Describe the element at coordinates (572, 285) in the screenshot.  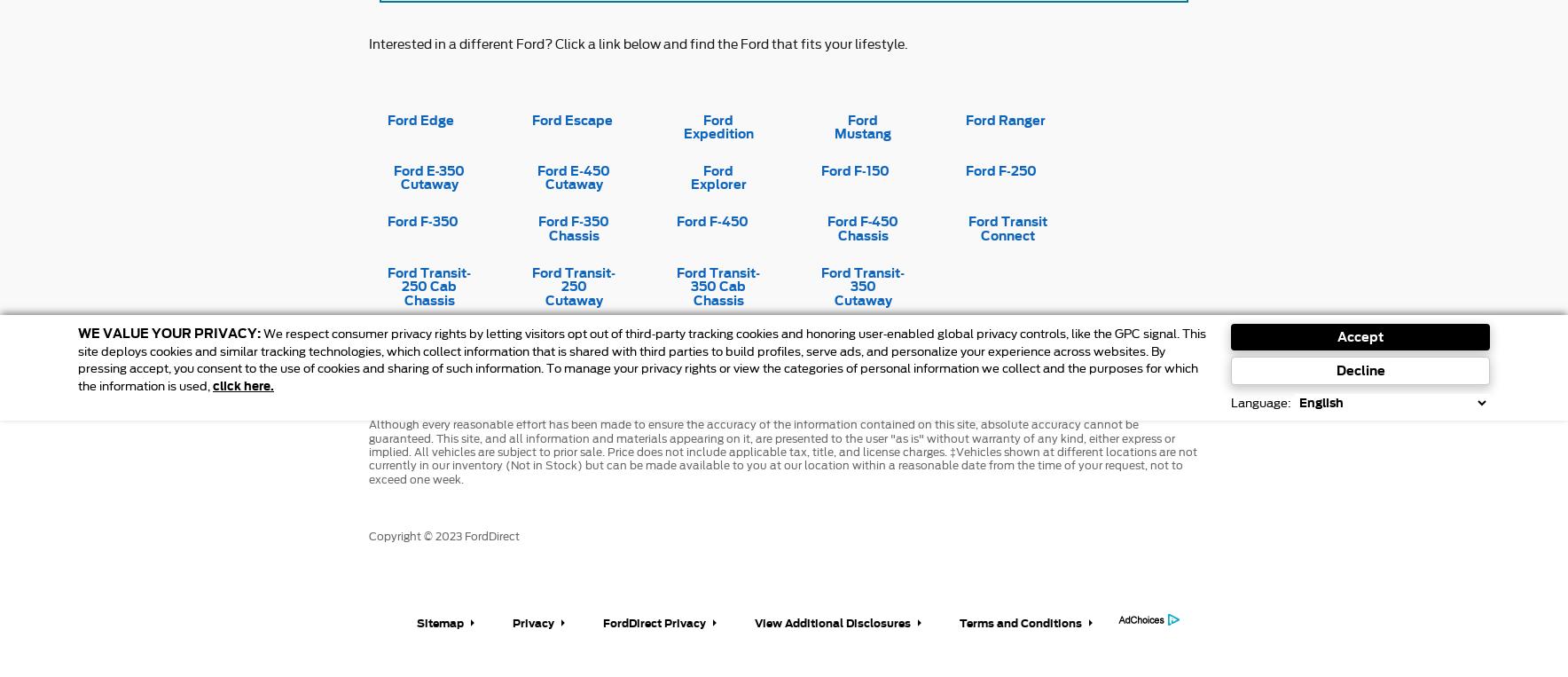
I see `'Ford Transit-250 Cutaway'` at that location.